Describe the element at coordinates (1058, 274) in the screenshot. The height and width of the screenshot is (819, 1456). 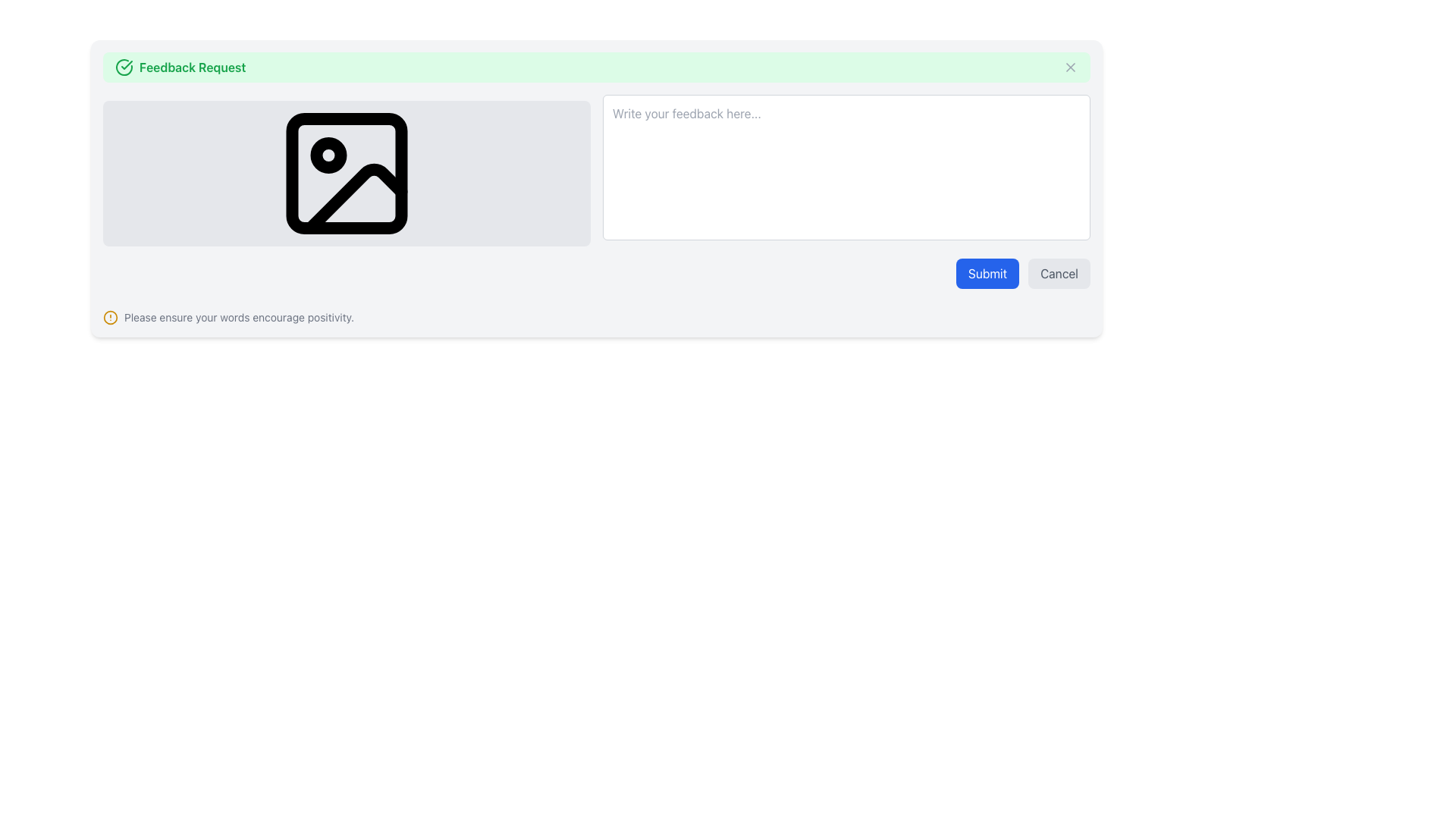
I see `the 'Cancel' button located in the bottom-right corner of the interface, styled with a light gray background and rounded edges` at that location.